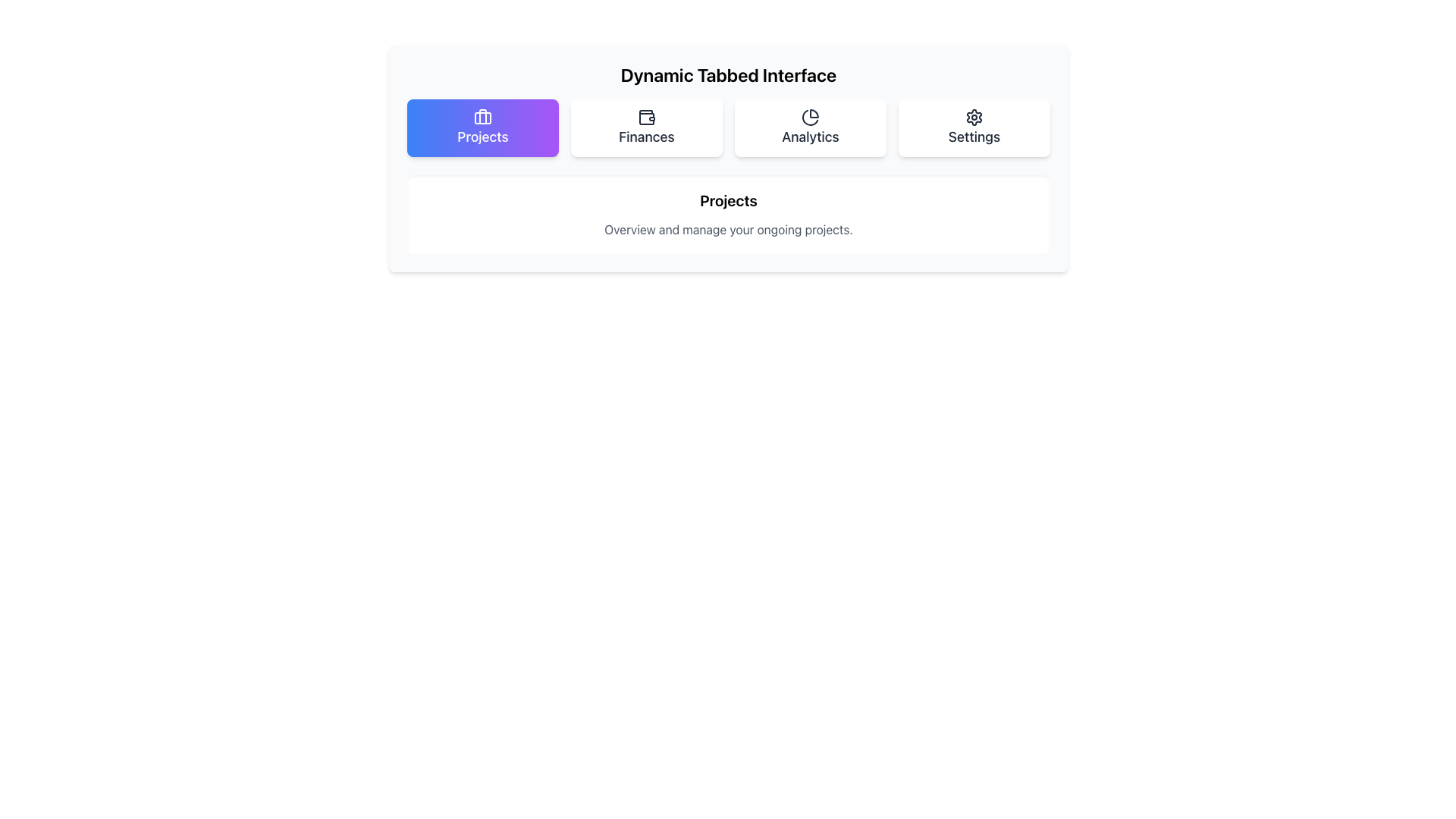 The image size is (1456, 819). I want to click on the cog-shaped settings icon located in the 'Settings' tab at the rightmost part of the horizontal row of tabs, so click(974, 116).